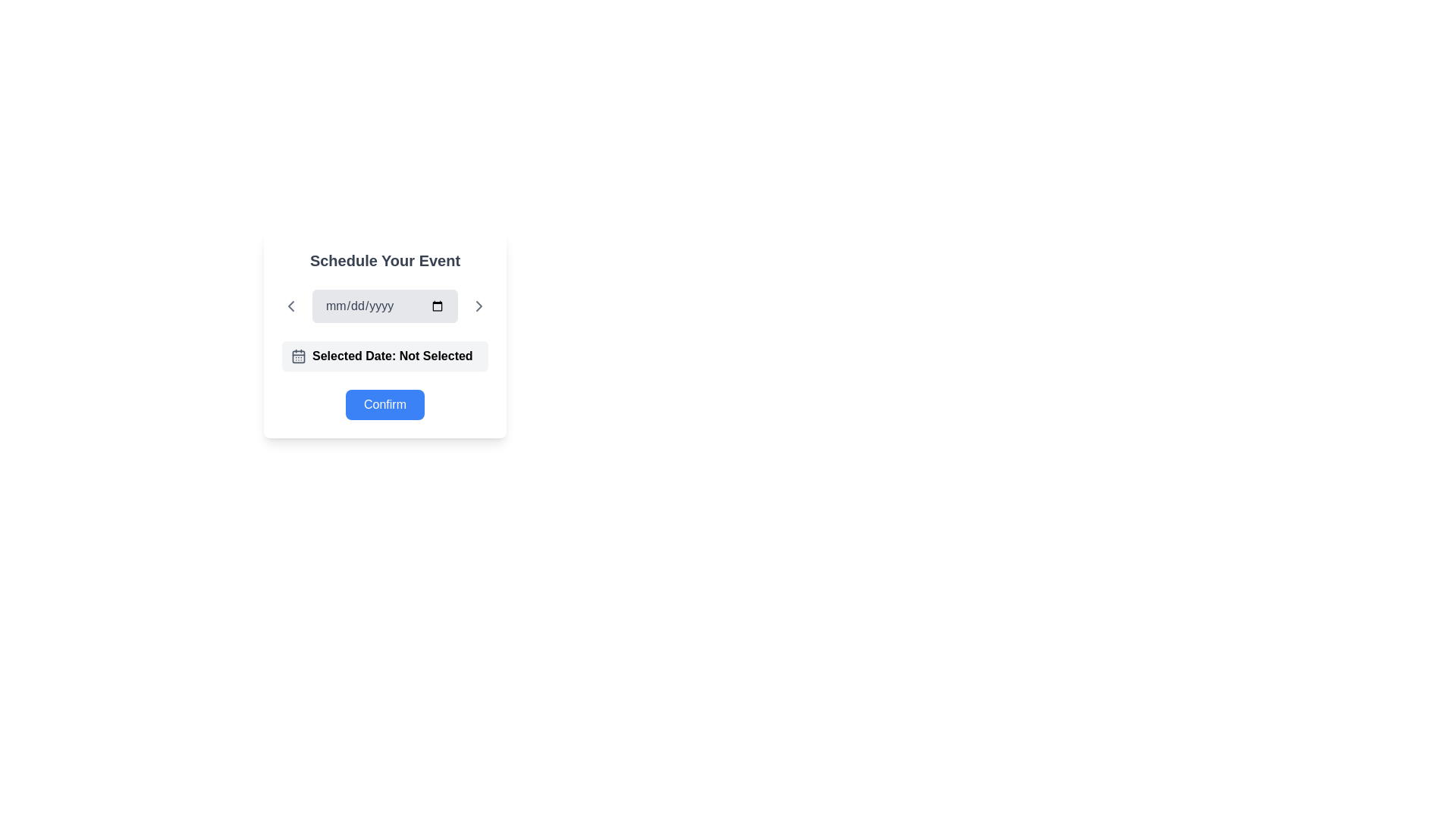 The image size is (1456, 819). I want to click on the 'Confirm' button with a blue background and white text, located at the bottom of the 'Schedule Your Event' dialog box, to confirm the action, so click(385, 403).